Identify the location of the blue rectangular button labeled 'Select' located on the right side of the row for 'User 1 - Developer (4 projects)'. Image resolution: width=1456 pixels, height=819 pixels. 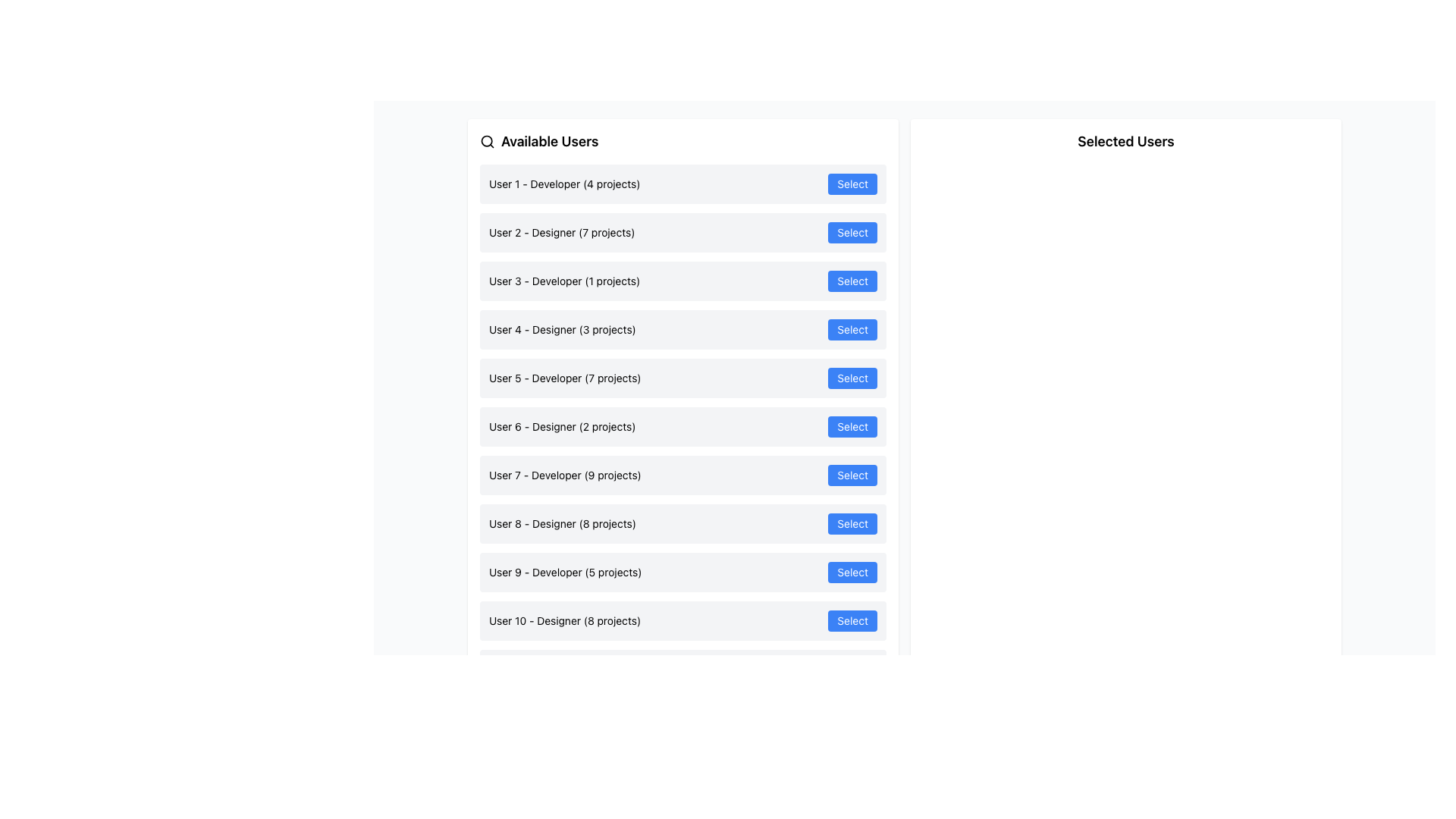
(852, 184).